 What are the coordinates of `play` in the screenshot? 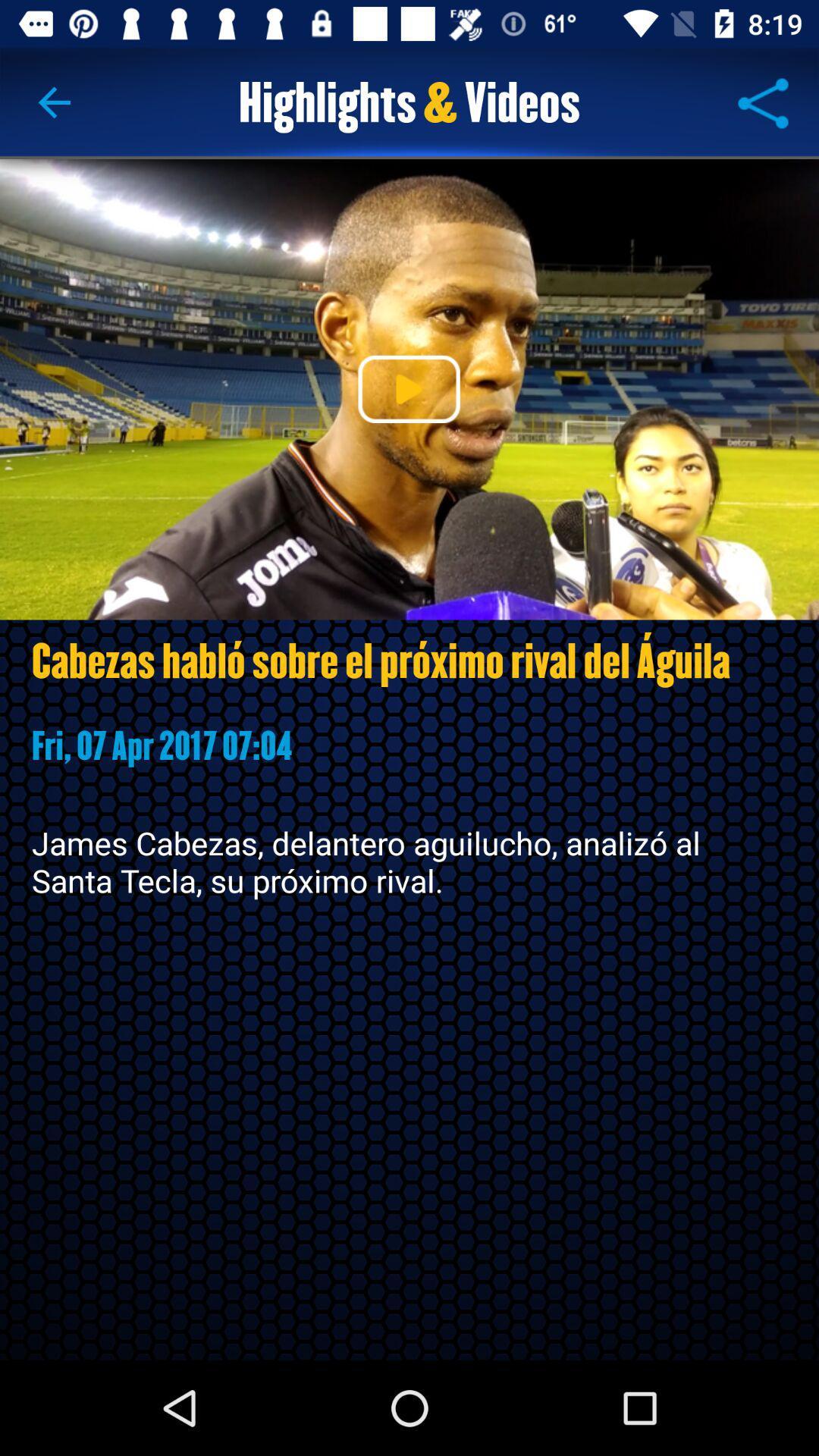 It's located at (408, 389).